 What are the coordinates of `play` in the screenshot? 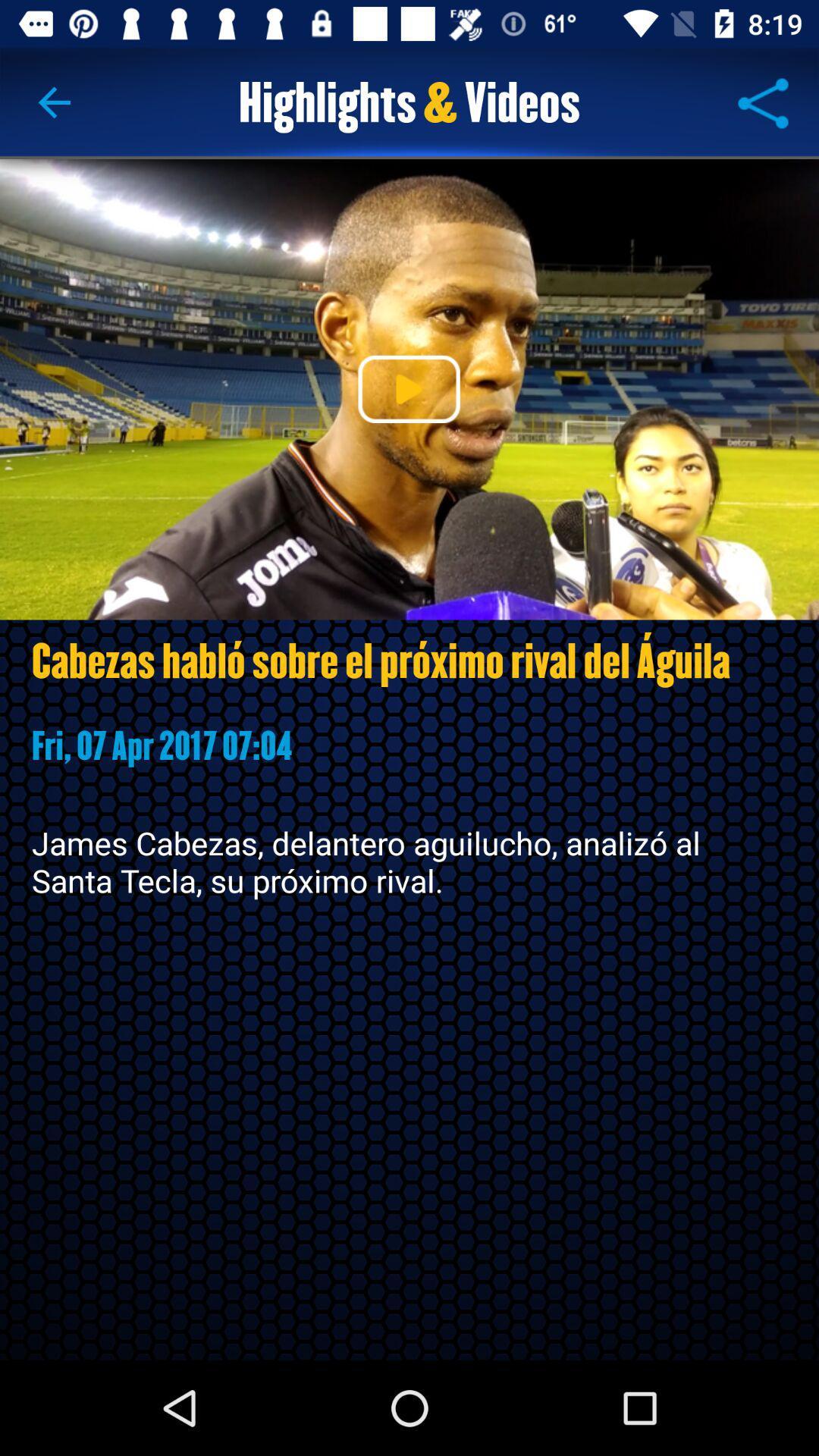 It's located at (408, 389).